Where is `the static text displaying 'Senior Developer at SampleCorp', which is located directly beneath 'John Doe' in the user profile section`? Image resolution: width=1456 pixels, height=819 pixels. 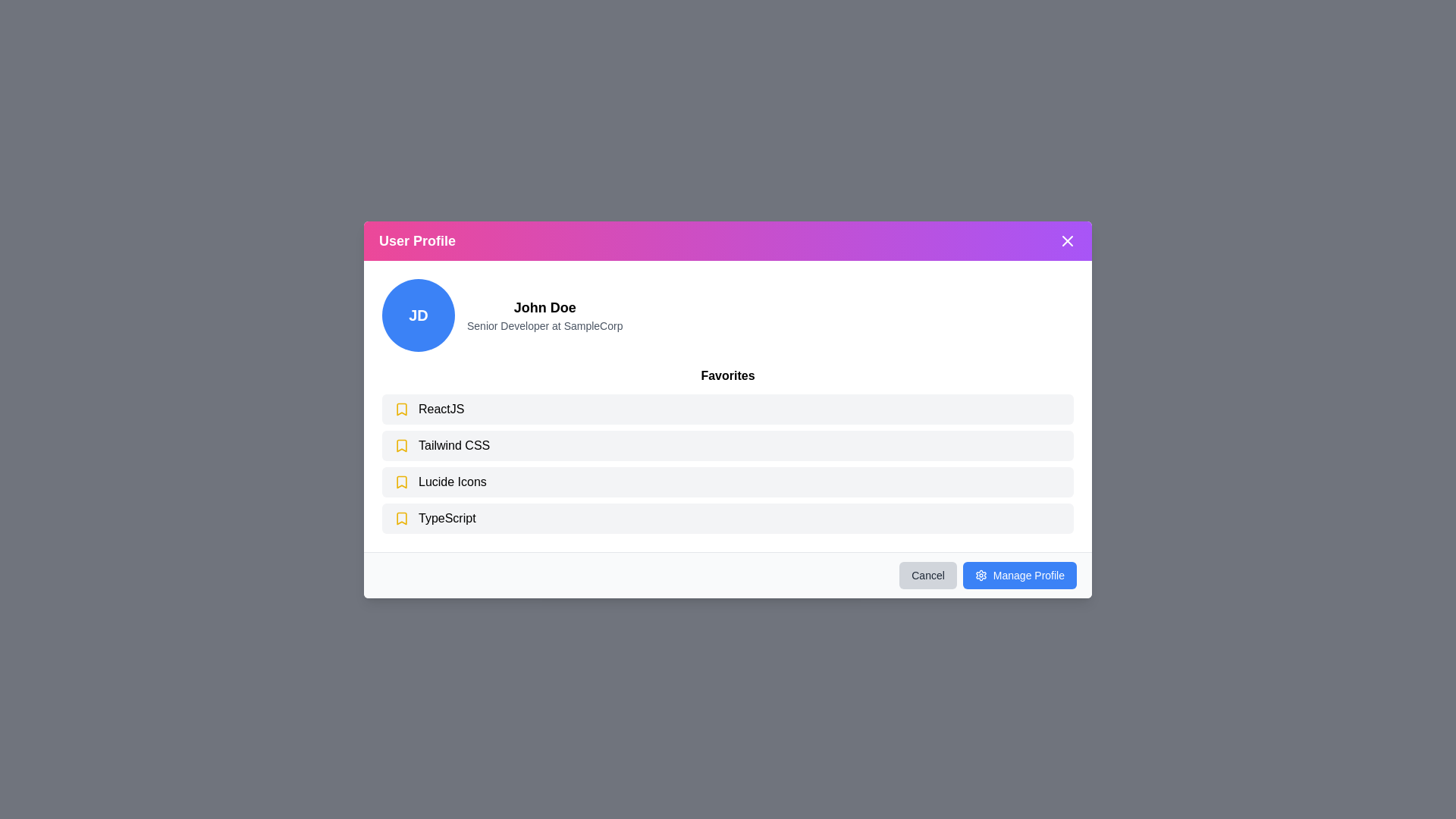
the static text displaying 'Senior Developer at SampleCorp', which is located directly beneath 'John Doe' in the user profile section is located at coordinates (544, 325).